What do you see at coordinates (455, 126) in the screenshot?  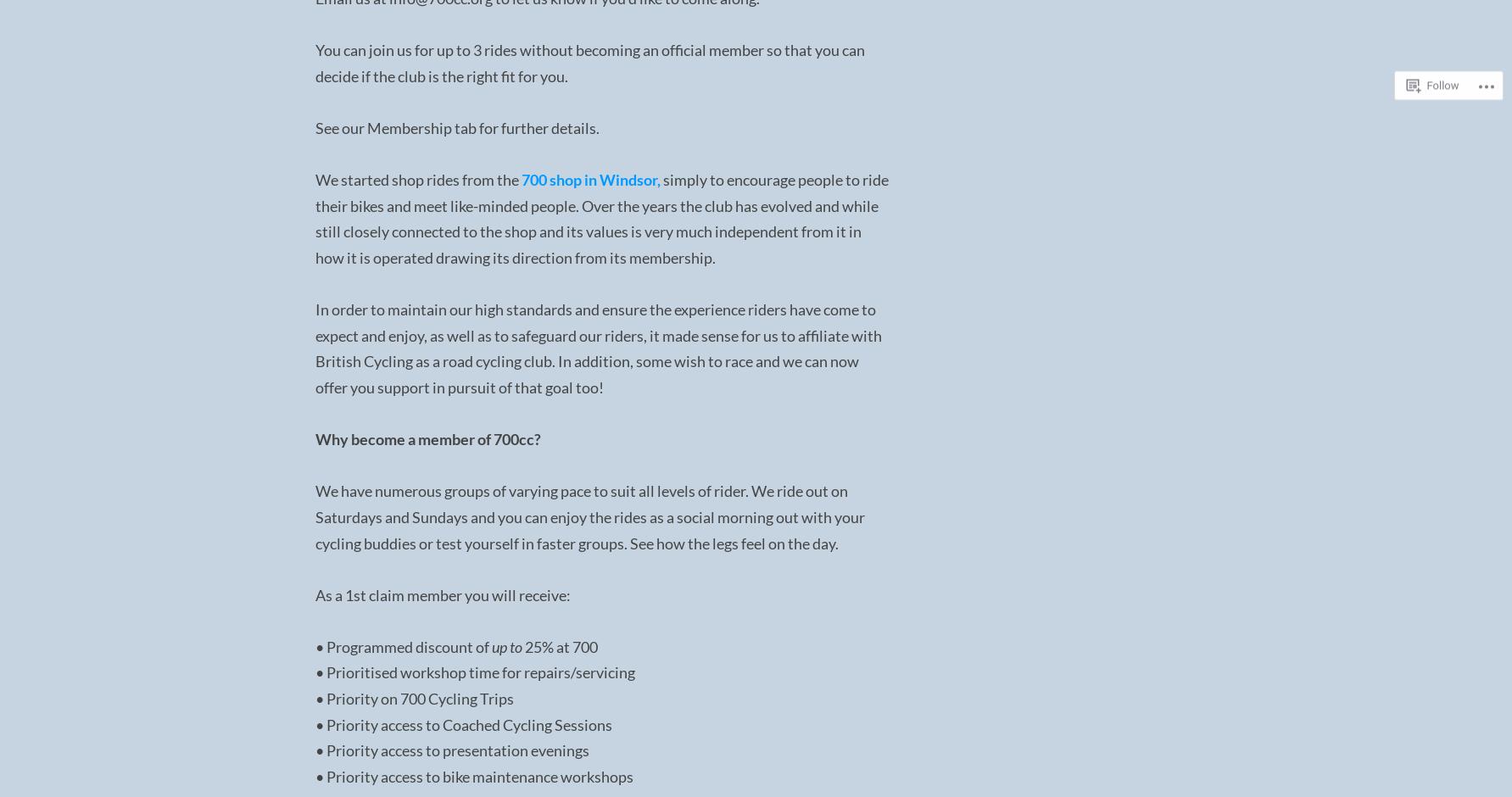 I see `'See our Membership tab for further details.'` at bounding box center [455, 126].